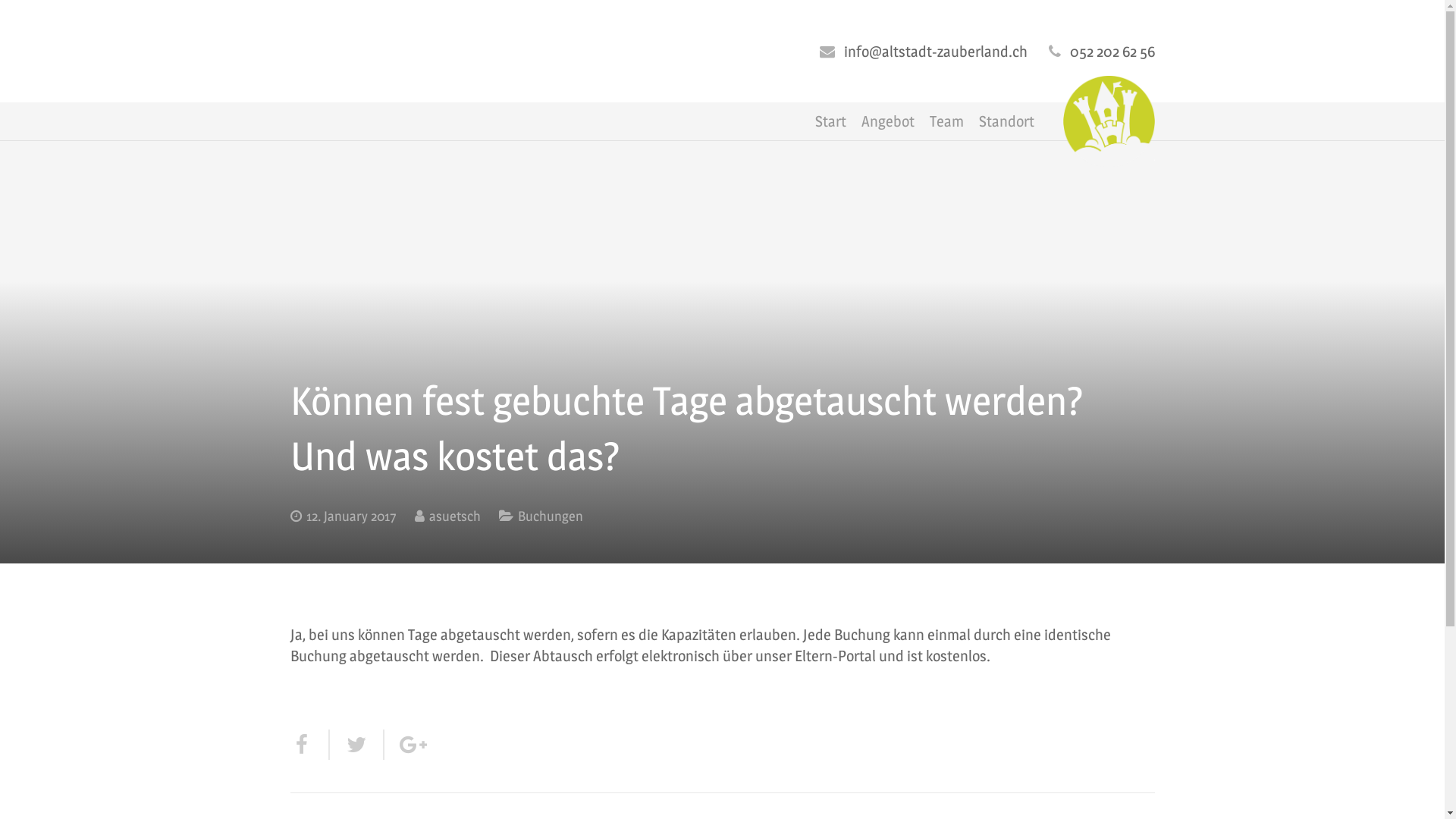 The height and width of the screenshot is (819, 1456). What do you see at coordinates (888, 120) in the screenshot?
I see `'Angebot'` at bounding box center [888, 120].